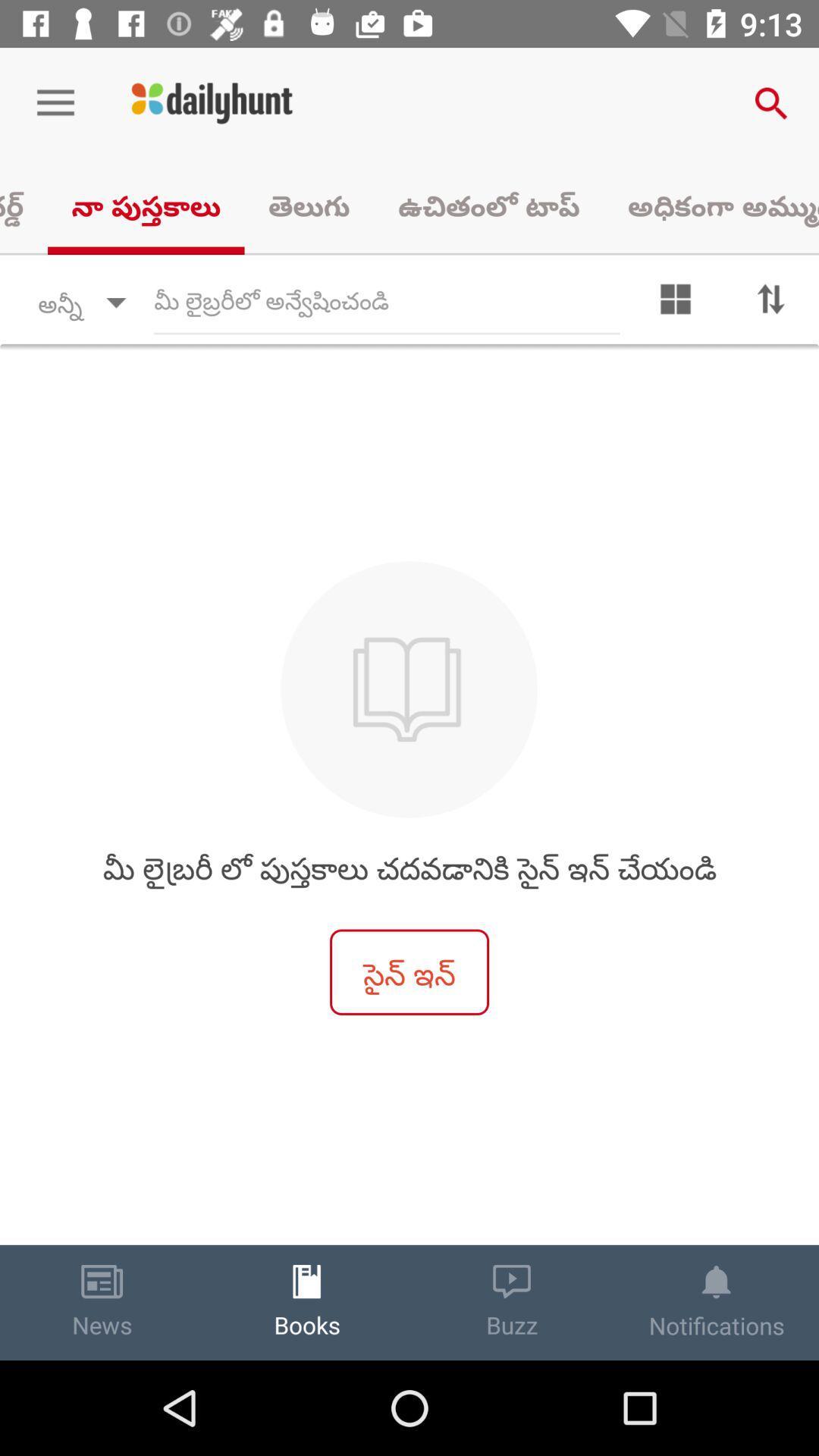  What do you see at coordinates (675, 303) in the screenshot?
I see `more options` at bounding box center [675, 303].